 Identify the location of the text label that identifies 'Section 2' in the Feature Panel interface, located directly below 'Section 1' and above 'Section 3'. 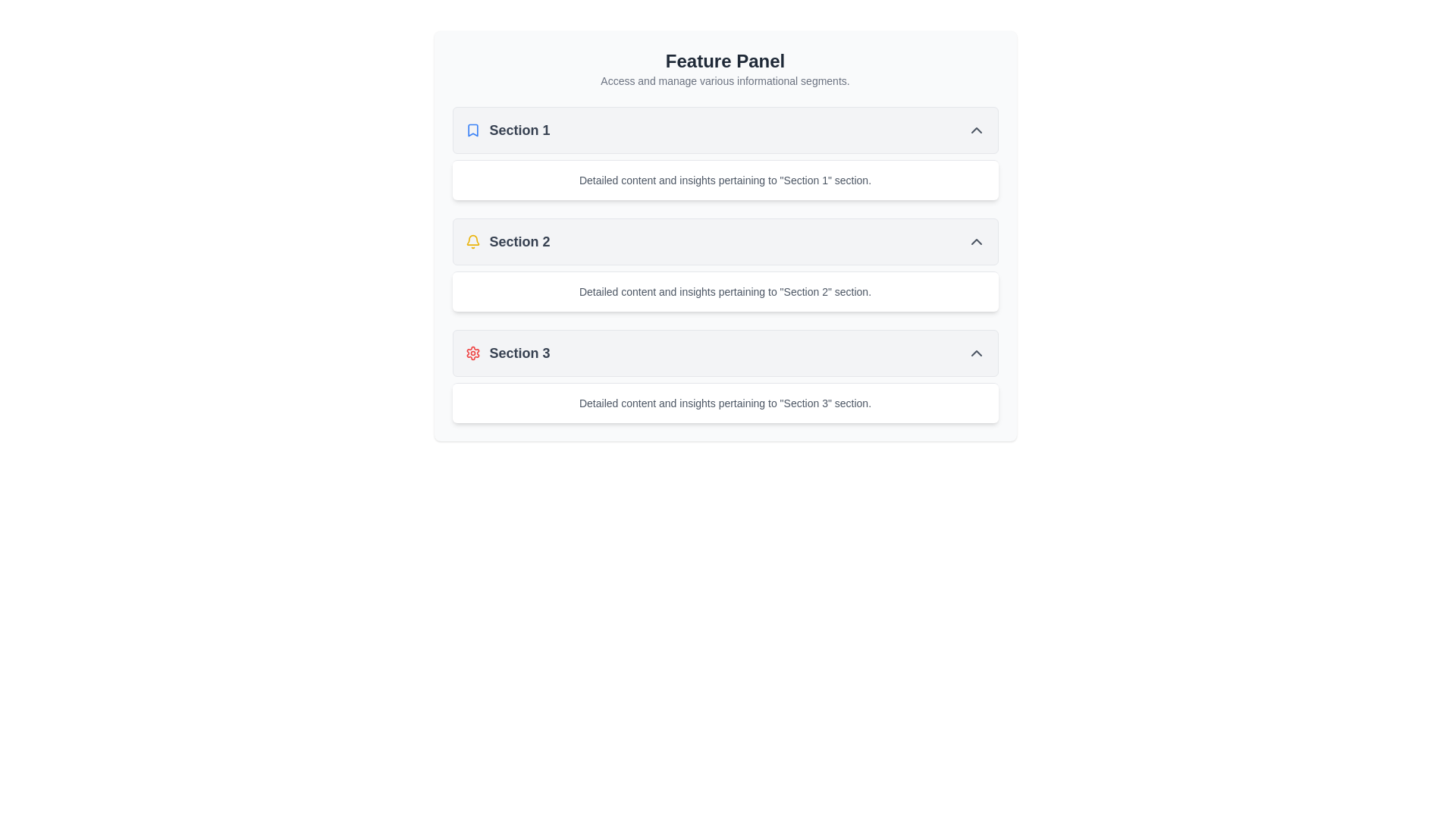
(519, 241).